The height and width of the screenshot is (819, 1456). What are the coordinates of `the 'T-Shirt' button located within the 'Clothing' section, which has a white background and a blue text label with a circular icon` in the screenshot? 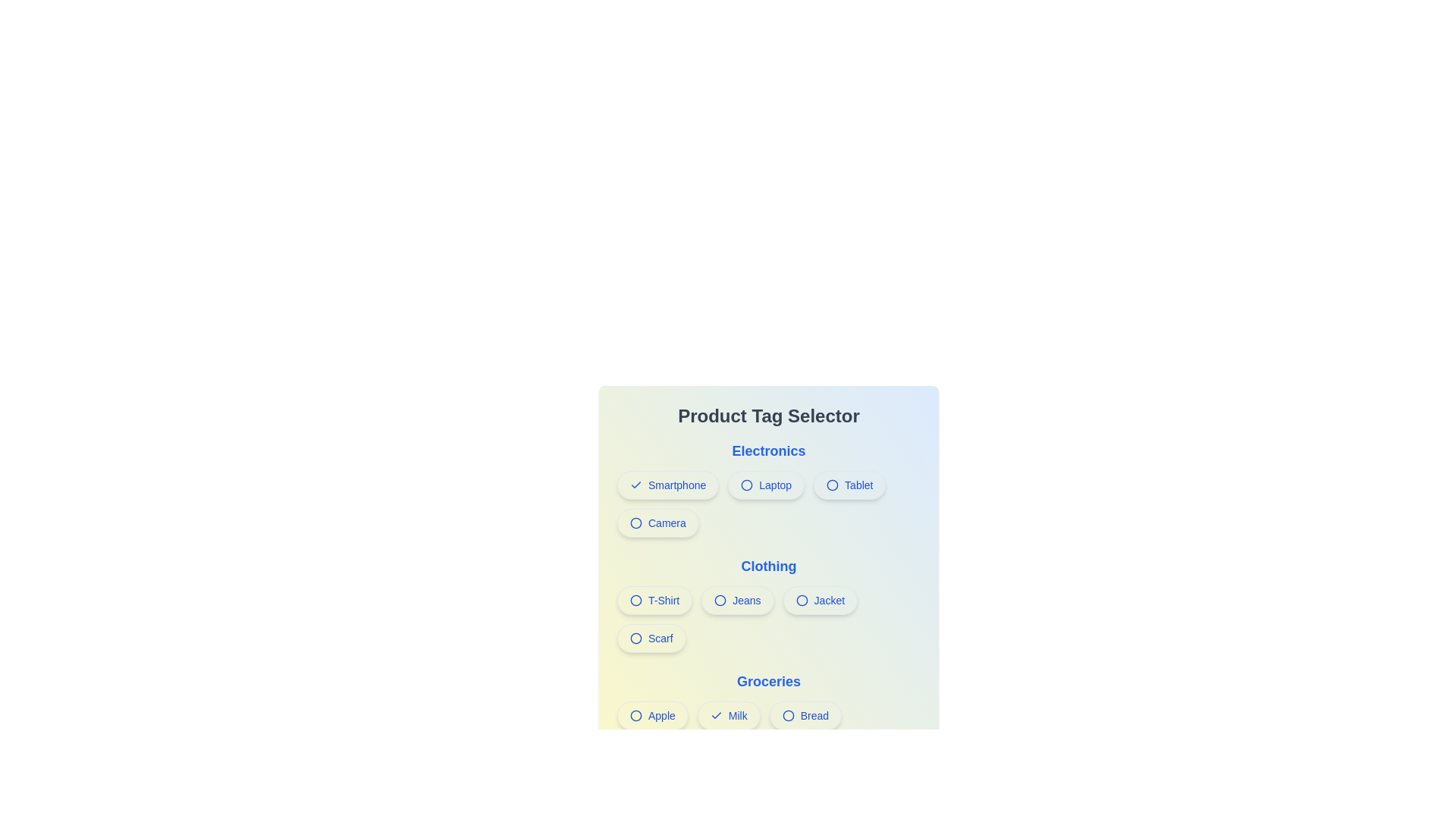 It's located at (654, 599).